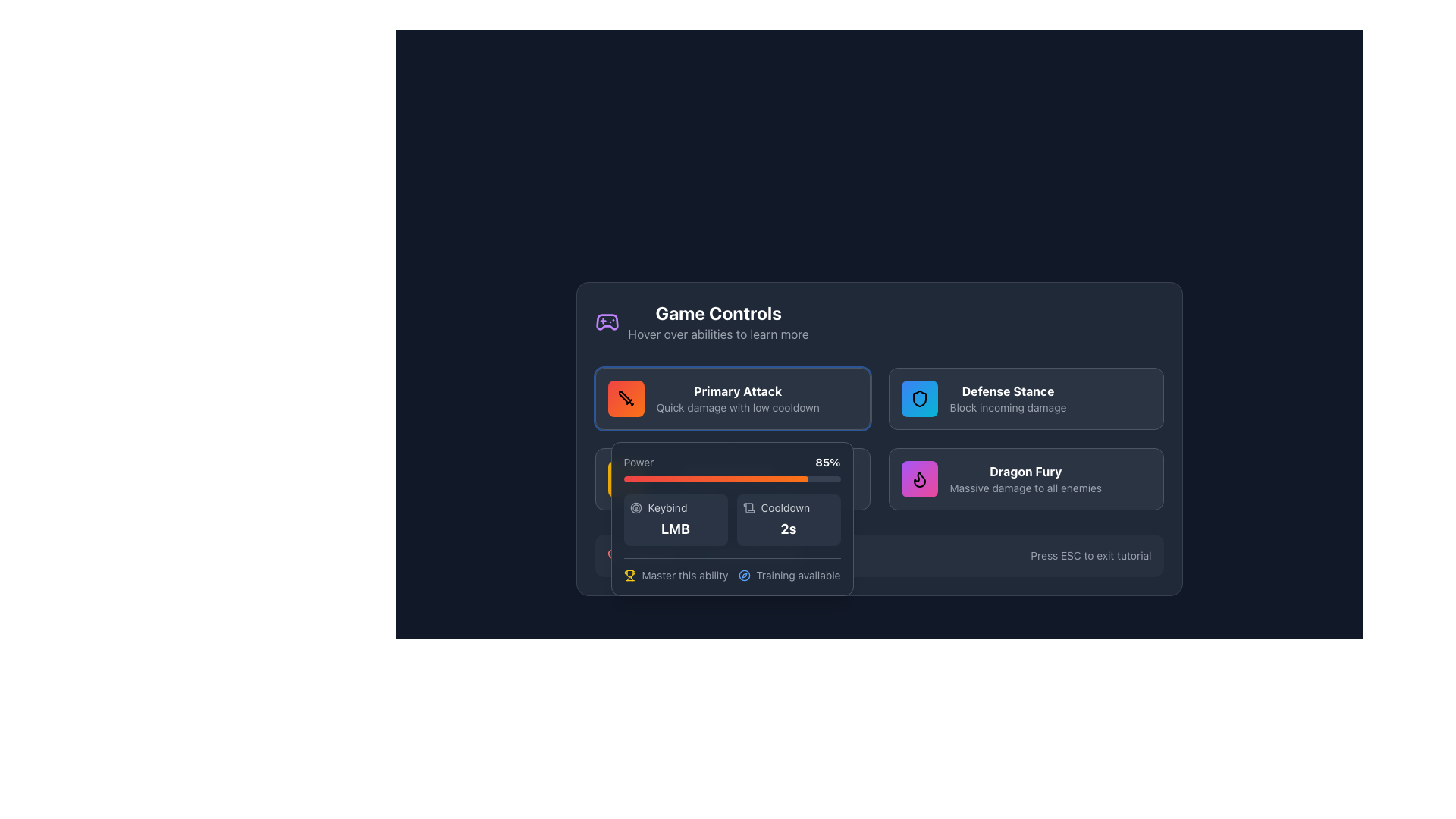  I want to click on the text label that provides information about the cooldown period of the associated ability, located to the right of an SVG icon resembling a scroll and above the numeric value '2s', so click(786, 508).